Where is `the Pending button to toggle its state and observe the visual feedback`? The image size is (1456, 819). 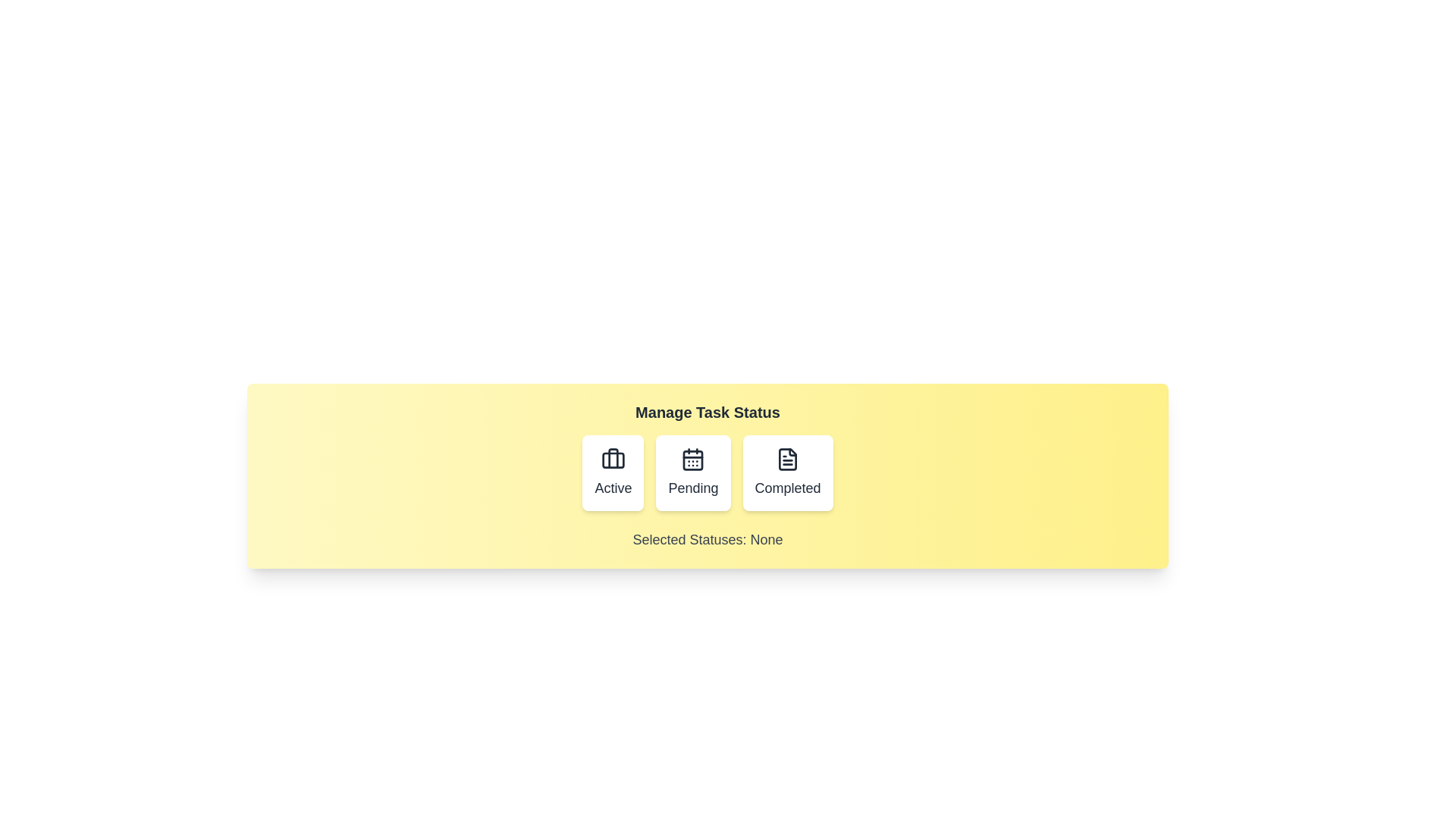 the Pending button to toggle its state and observe the visual feedback is located at coordinates (692, 472).